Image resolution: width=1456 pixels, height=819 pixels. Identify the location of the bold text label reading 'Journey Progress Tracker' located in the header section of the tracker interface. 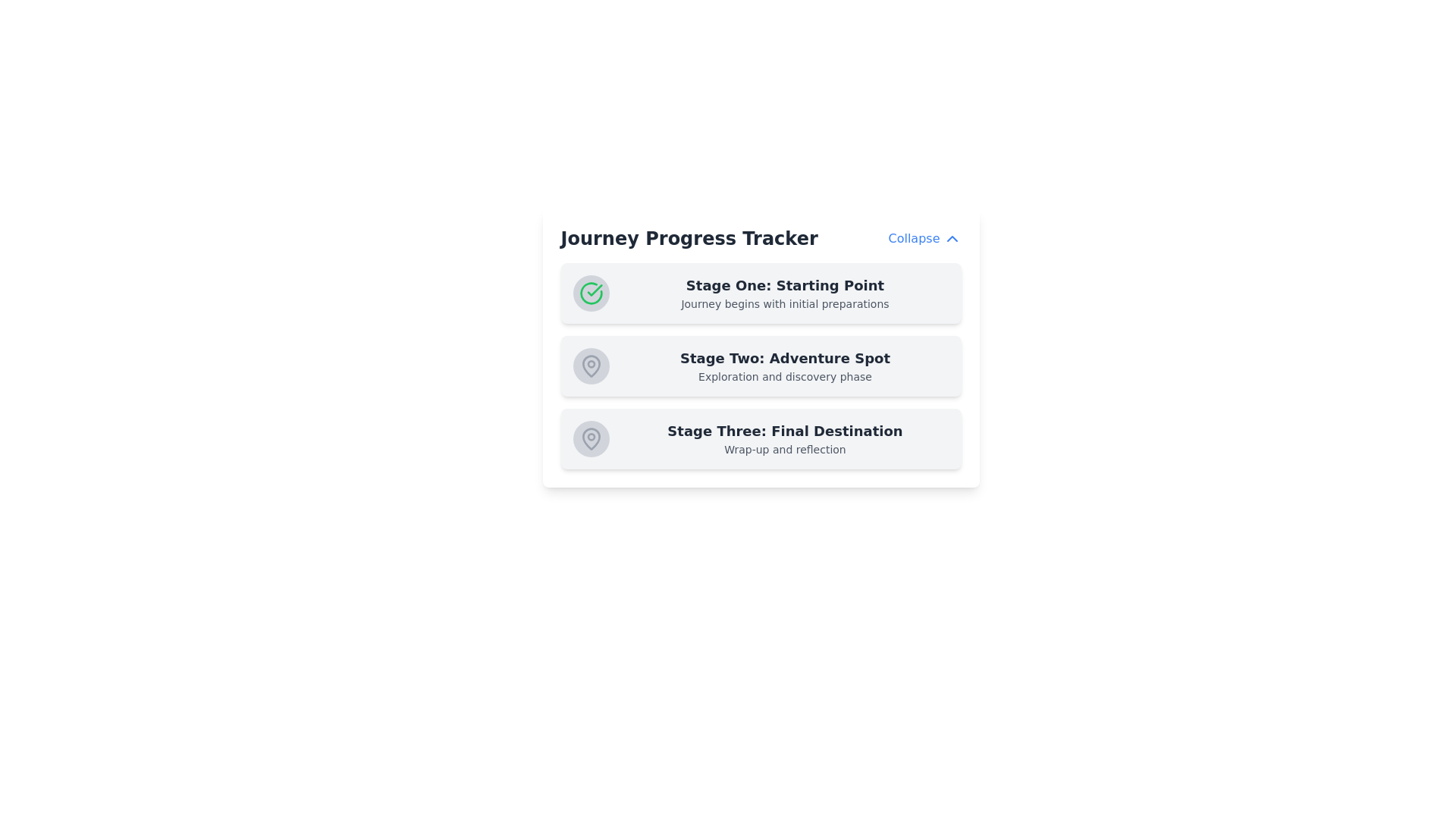
(689, 239).